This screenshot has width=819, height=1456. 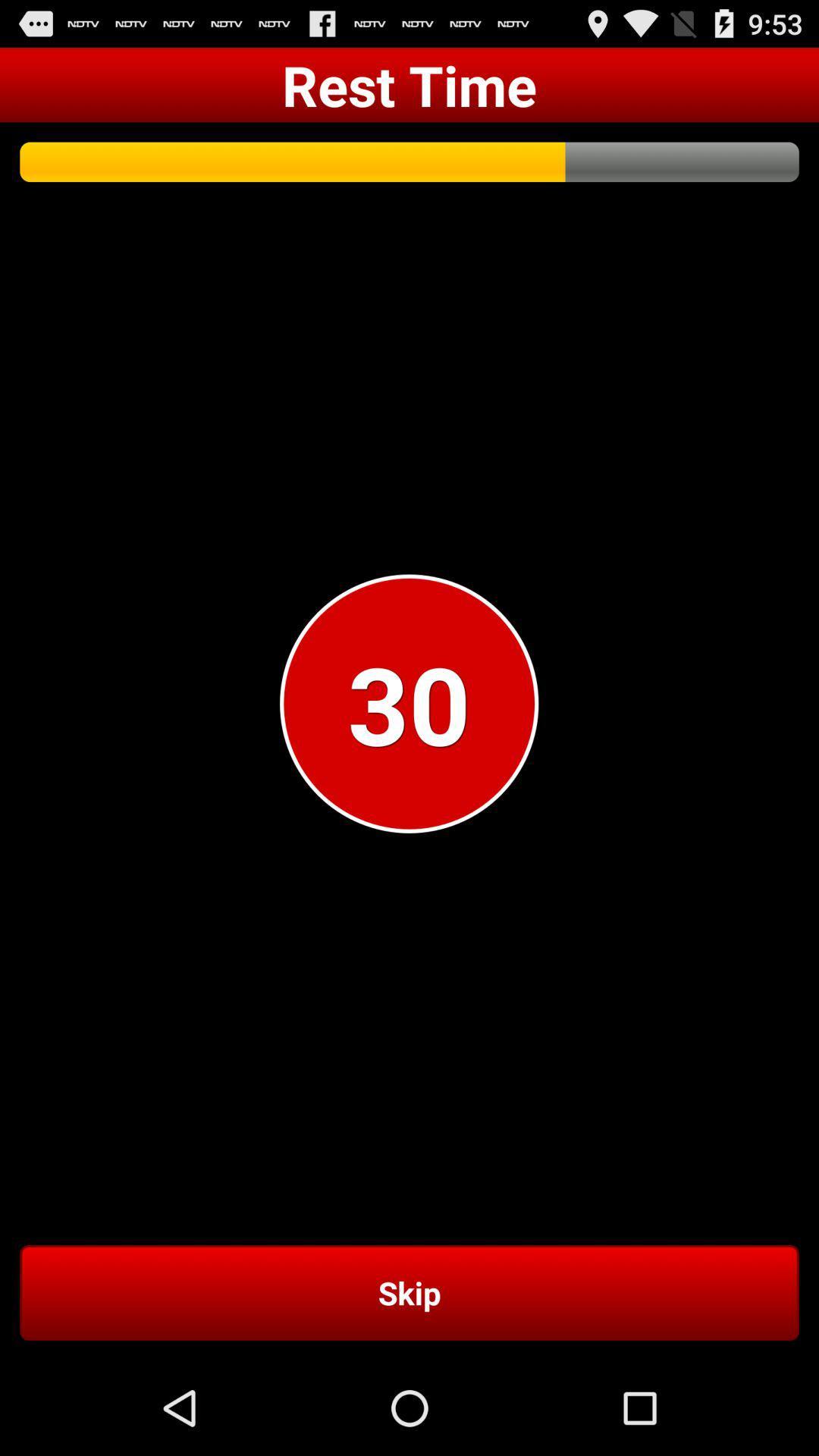 What do you see at coordinates (409, 1291) in the screenshot?
I see `the skip item` at bounding box center [409, 1291].